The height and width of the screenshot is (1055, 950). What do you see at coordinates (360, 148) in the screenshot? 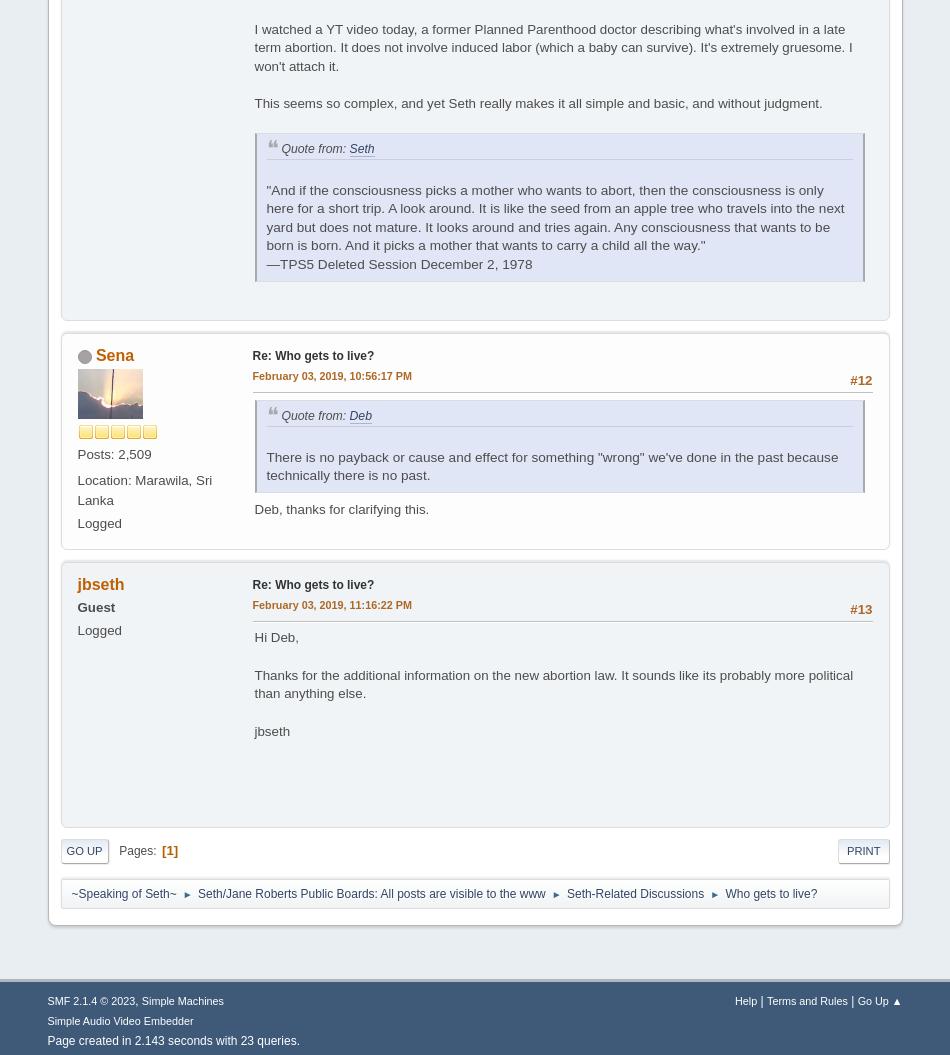
I see `'Seth'` at bounding box center [360, 148].